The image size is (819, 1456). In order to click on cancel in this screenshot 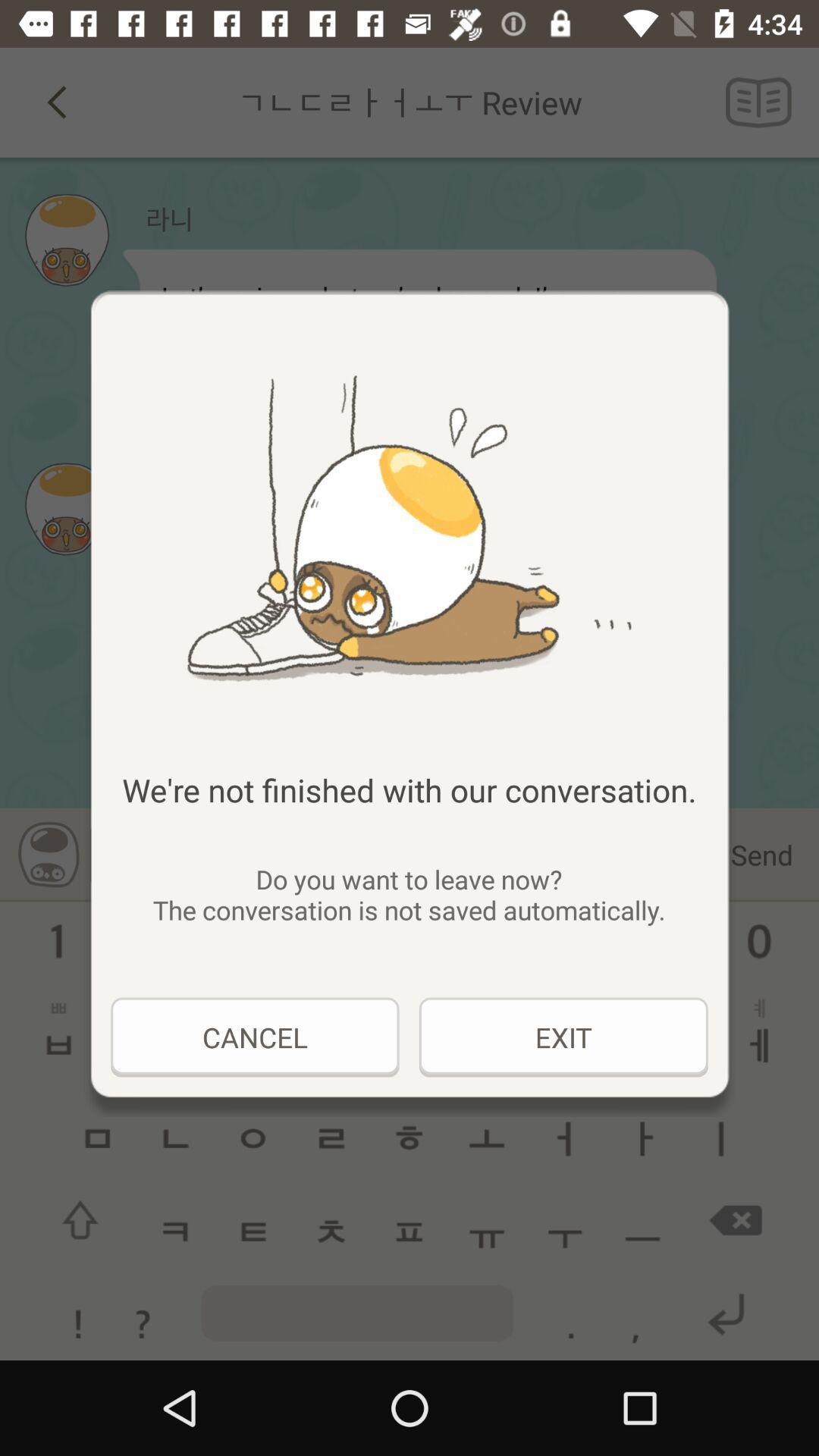, I will do `click(254, 1037)`.